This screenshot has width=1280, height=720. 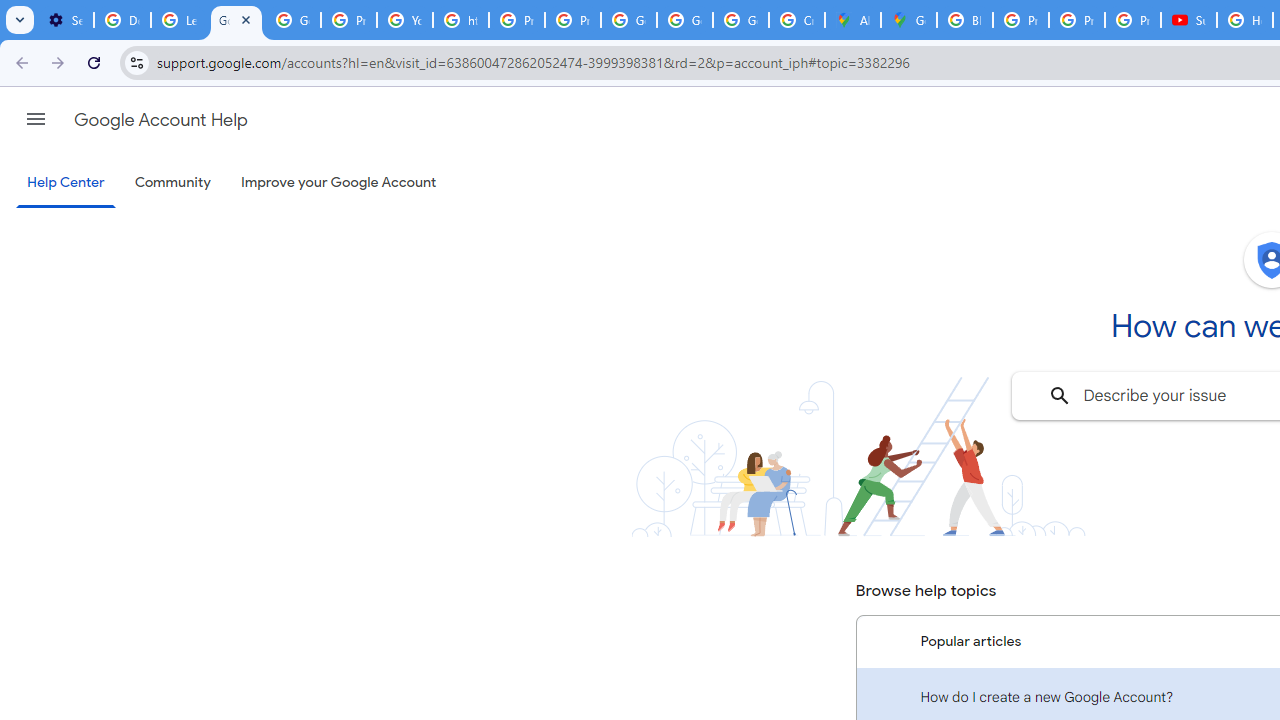 What do you see at coordinates (160, 119) in the screenshot?
I see `'Google Account Help'` at bounding box center [160, 119].